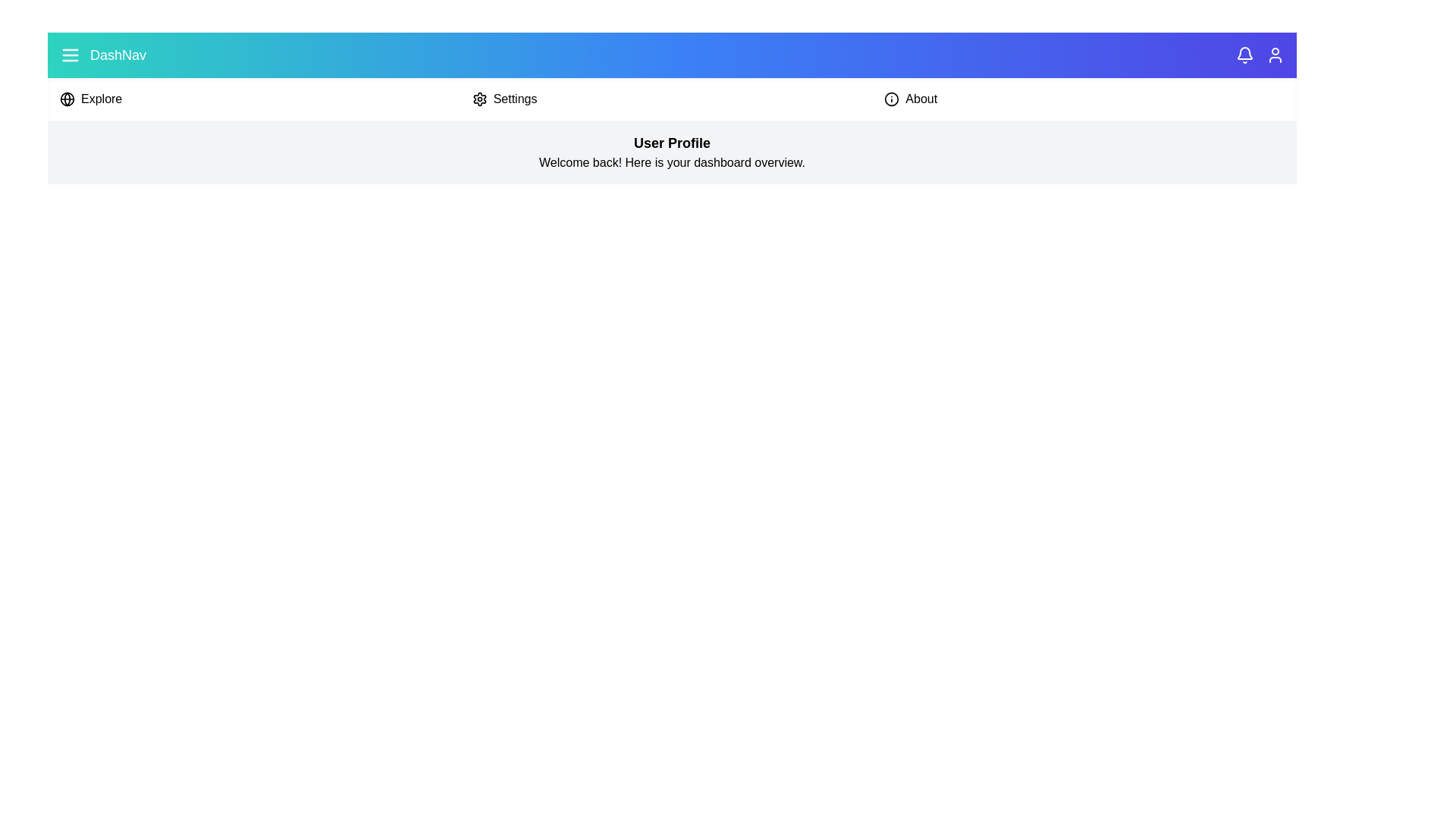 The height and width of the screenshot is (819, 1456). Describe the element at coordinates (1084, 99) in the screenshot. I see `the 'About' button in the menu` at that location.